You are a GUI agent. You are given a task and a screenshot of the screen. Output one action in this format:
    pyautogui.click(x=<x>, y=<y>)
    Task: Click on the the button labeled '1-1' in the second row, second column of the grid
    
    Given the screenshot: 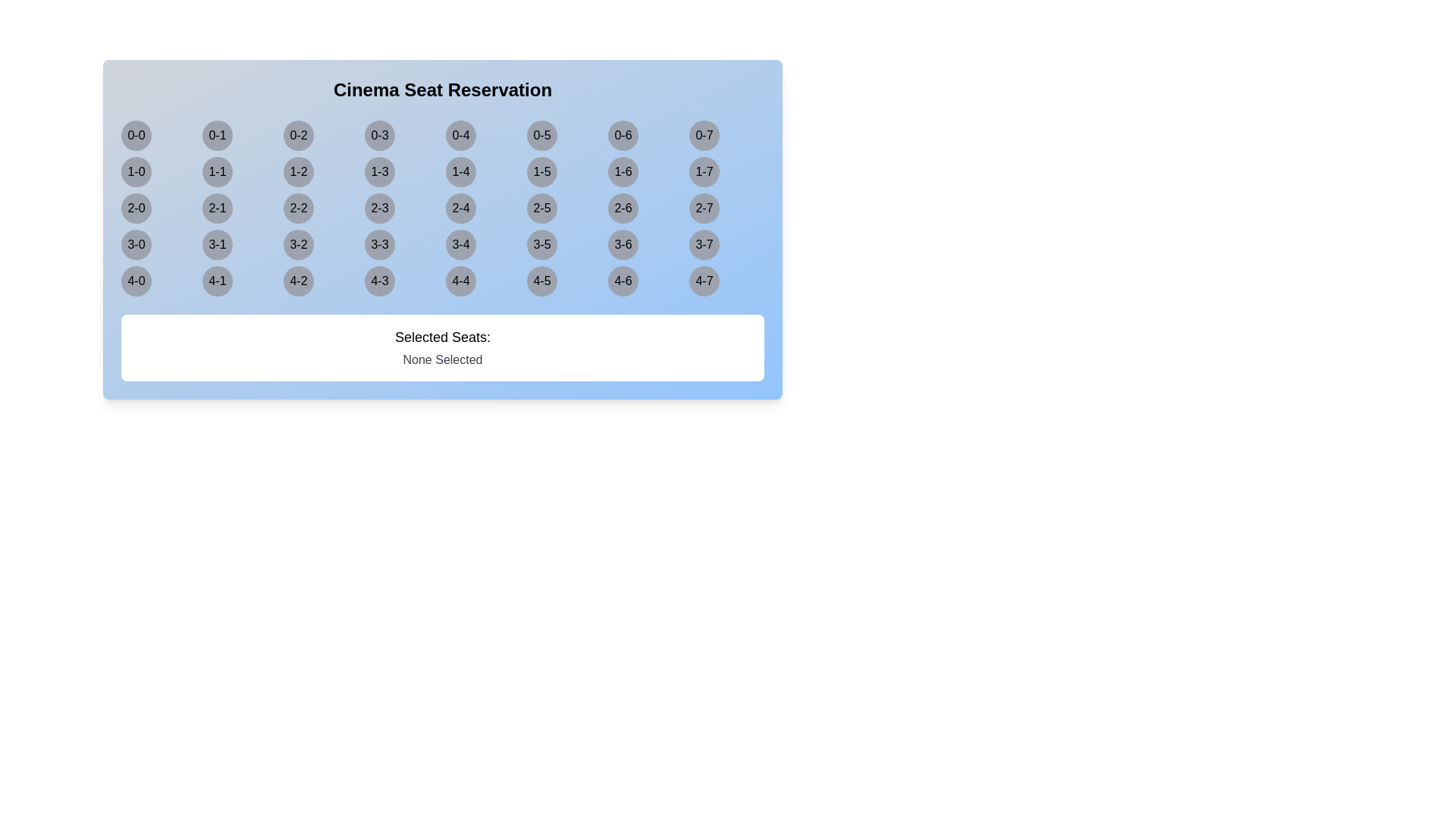 What is the action you would take?
    pyautogui.click(x=217, y=171)
    